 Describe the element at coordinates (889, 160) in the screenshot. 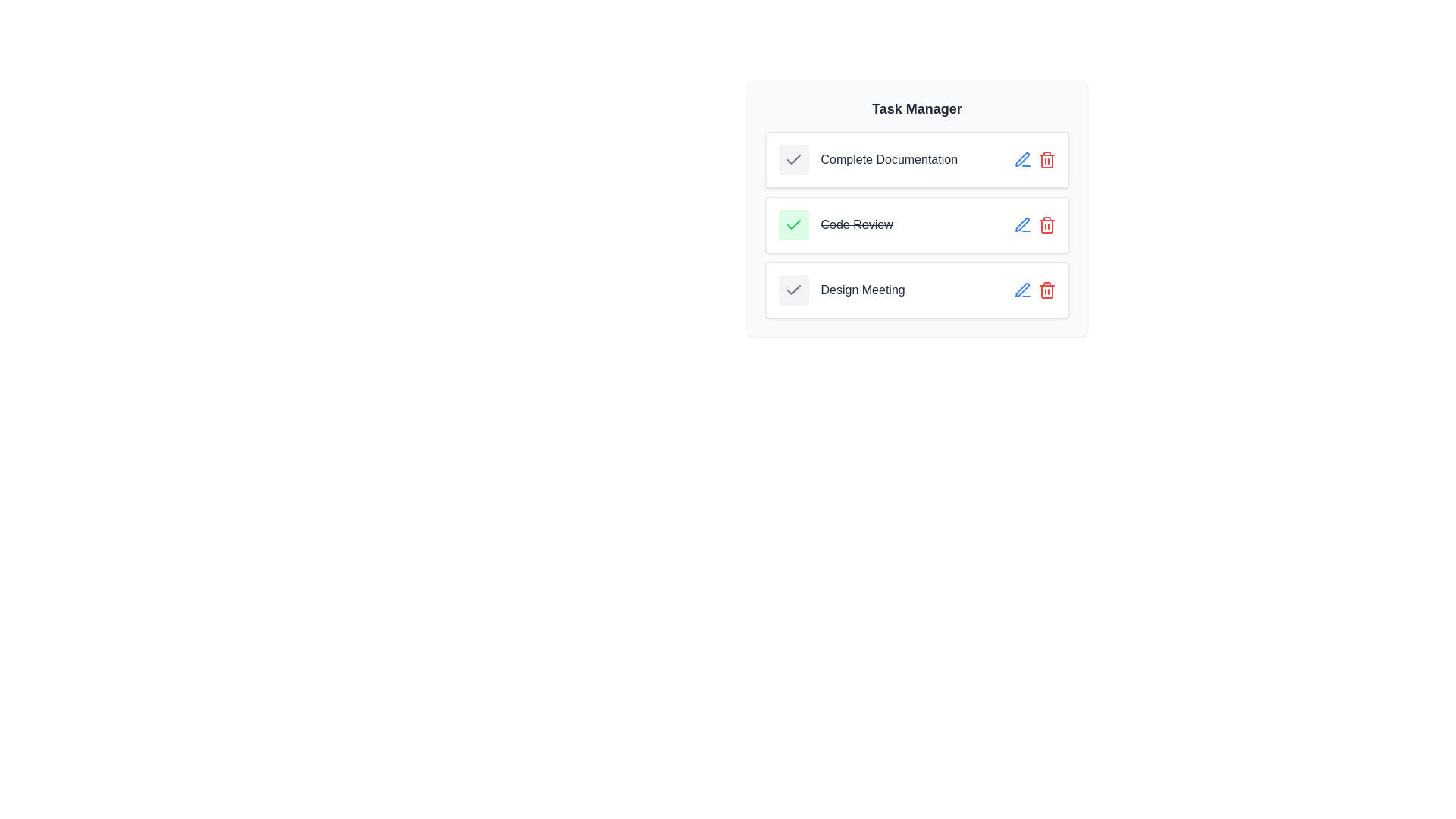

I see `the text of the static label displaying 'Complete Documentation' located between a checkmark icon and an edit icon in the task list` at that location.